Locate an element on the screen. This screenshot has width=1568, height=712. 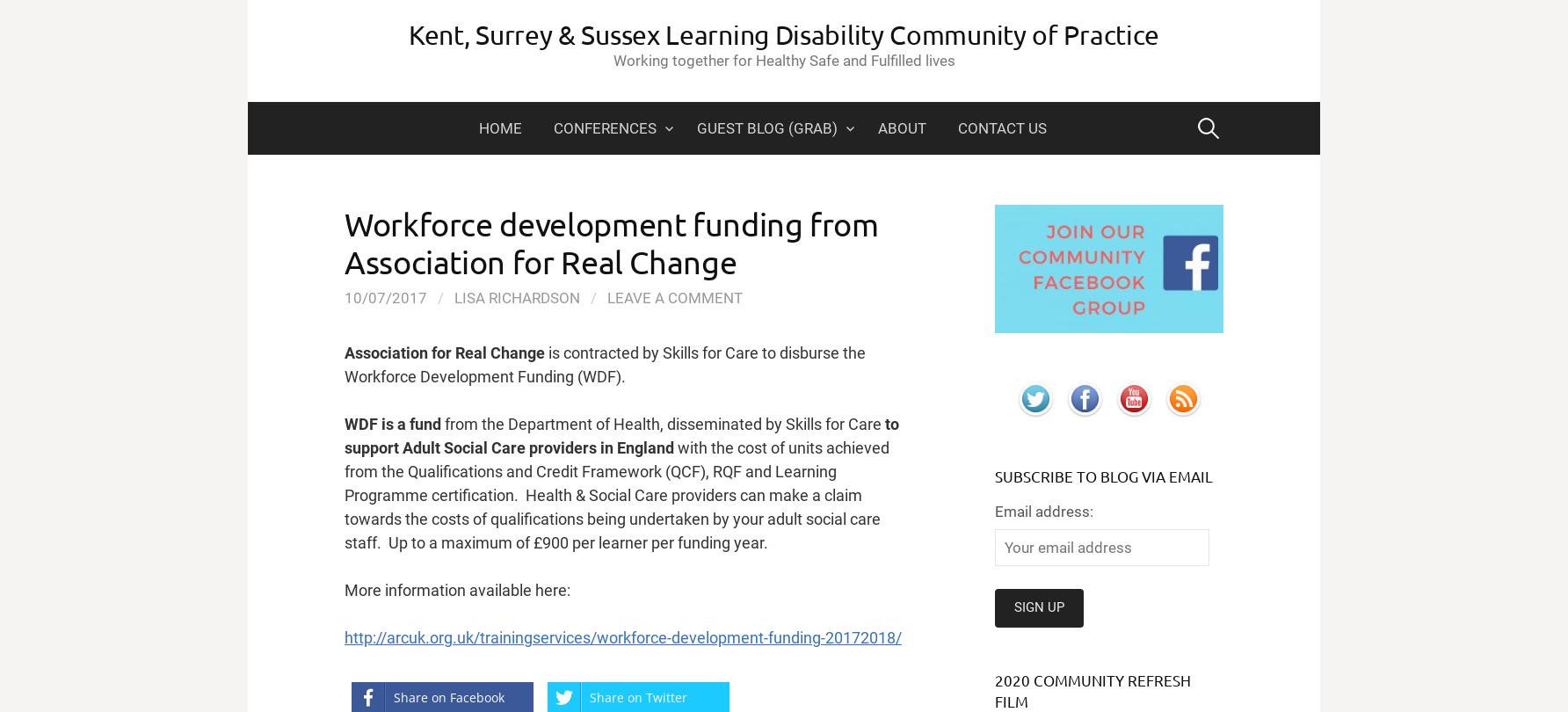
'is contracted by Skills for Care to disburse the Workforce Development Funding (WDF).' is located at coordinates (605, 364).